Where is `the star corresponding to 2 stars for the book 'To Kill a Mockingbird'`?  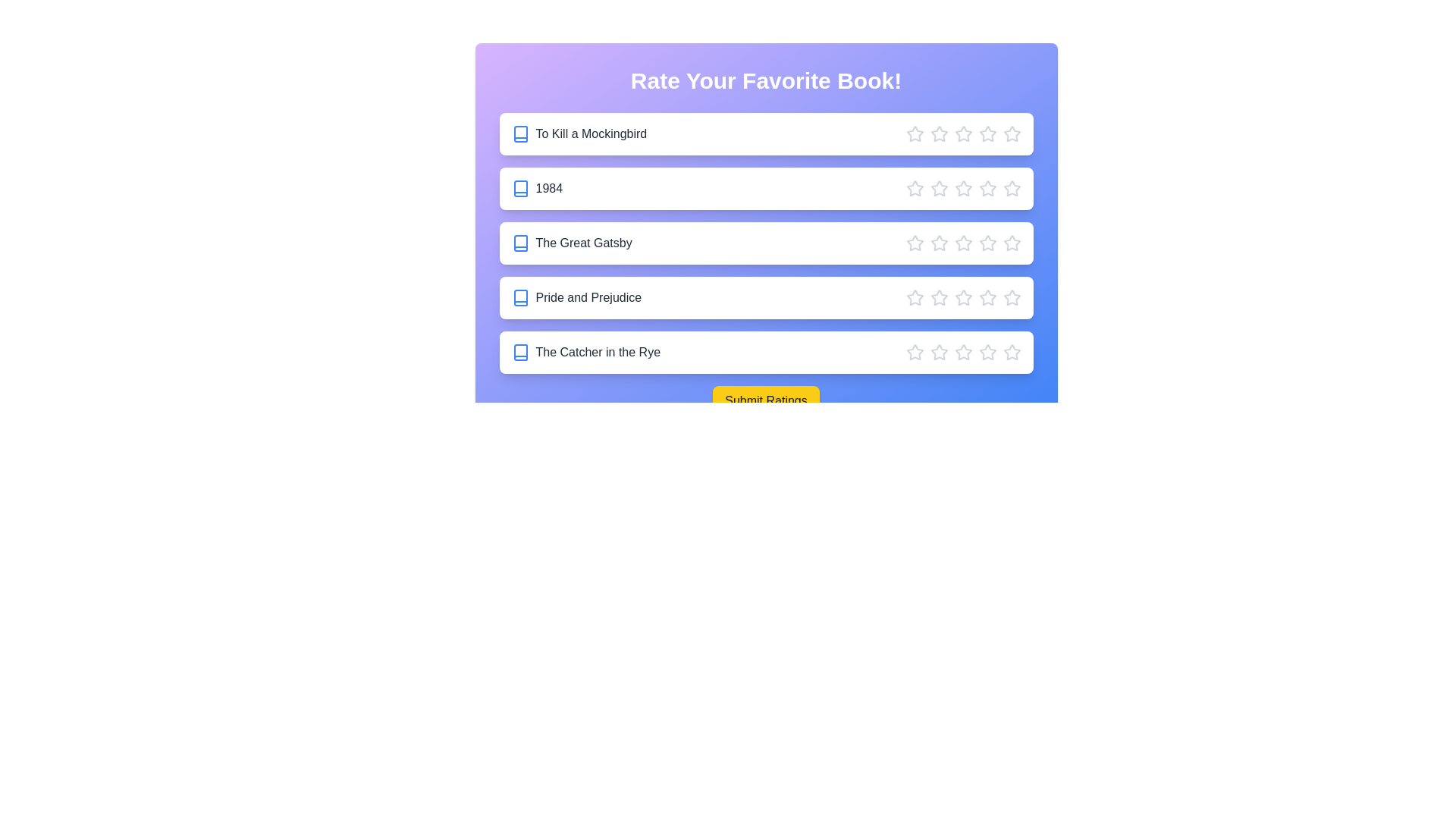
the star corresponding to 2 stars for the book 'To Kill a Mockingbird' is located at coordinates (938, 133).